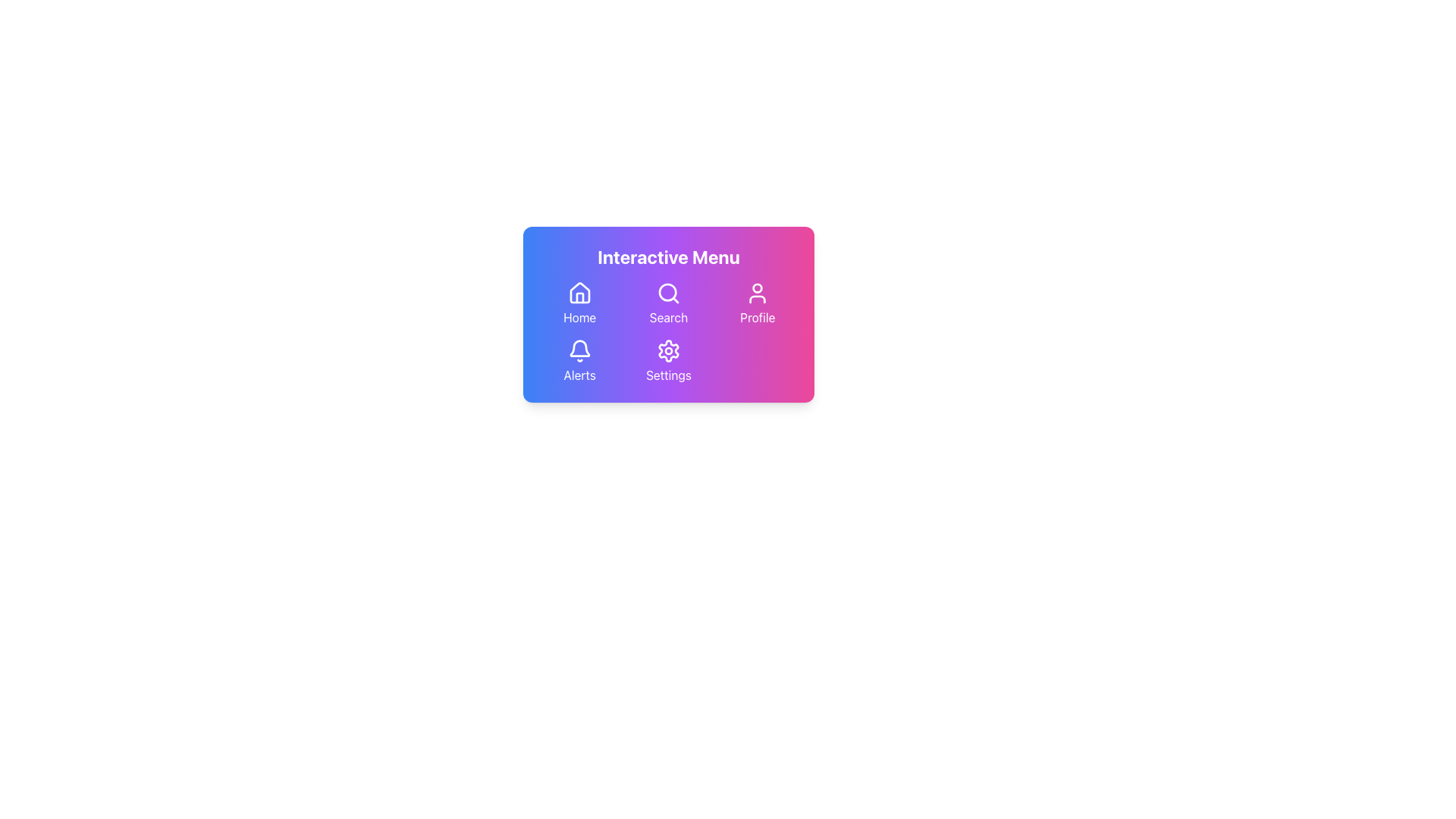 This screenshot has width=1456, height=819. What do you see at coordinates (579, 375) in the screenshot?
I see `the 'Alerts' text label located in the second row, first column of the menu grid, directly below the 'Home' section and to the left of the 'Settings' section` at bounding box center [579, 375].